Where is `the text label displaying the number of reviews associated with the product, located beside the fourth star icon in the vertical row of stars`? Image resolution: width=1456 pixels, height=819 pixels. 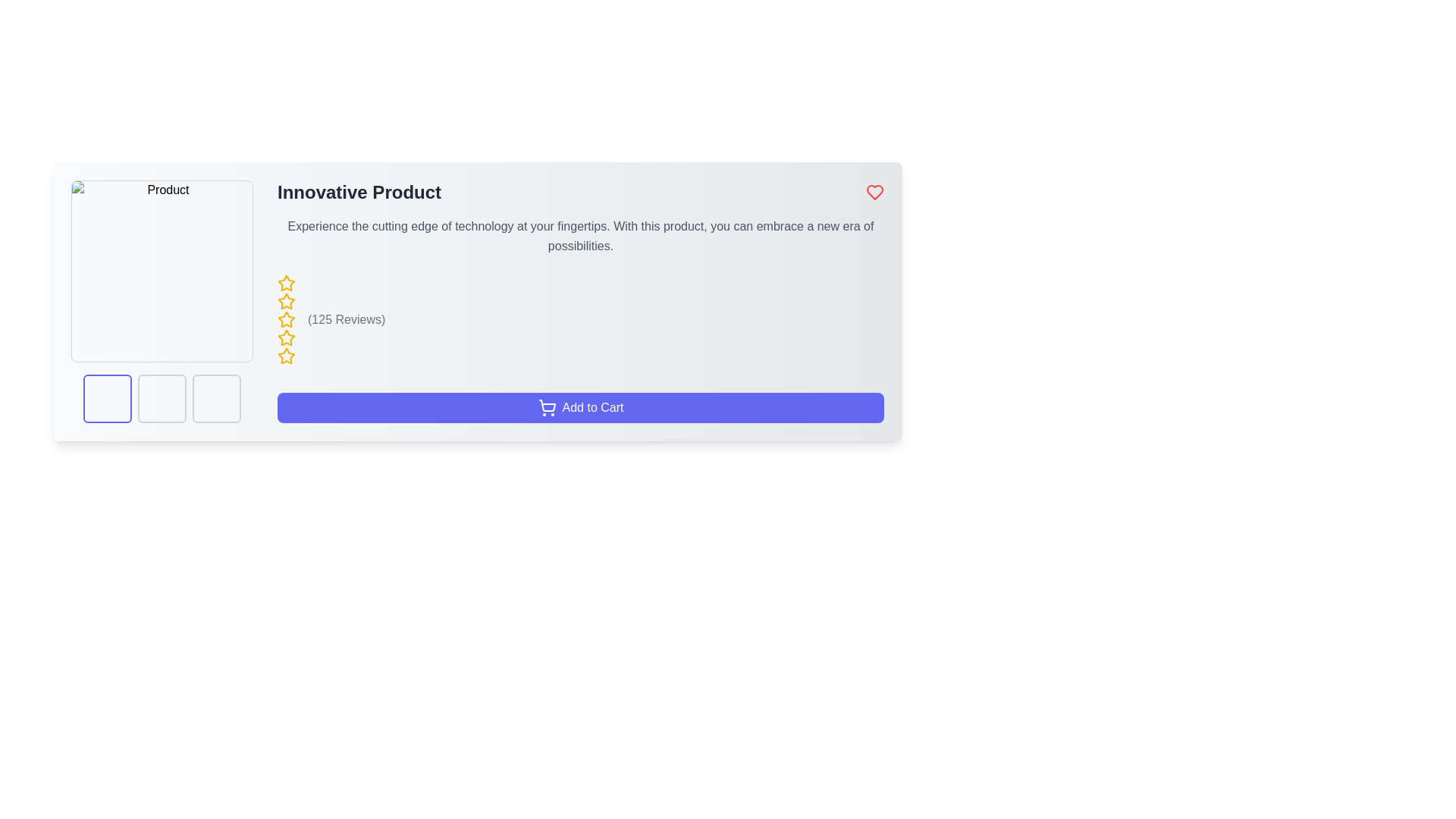 the text label displaying the number of reviews associated with the product, located beside the fourth star icon in the vertical row of stars is located at coordinates (346, 318).